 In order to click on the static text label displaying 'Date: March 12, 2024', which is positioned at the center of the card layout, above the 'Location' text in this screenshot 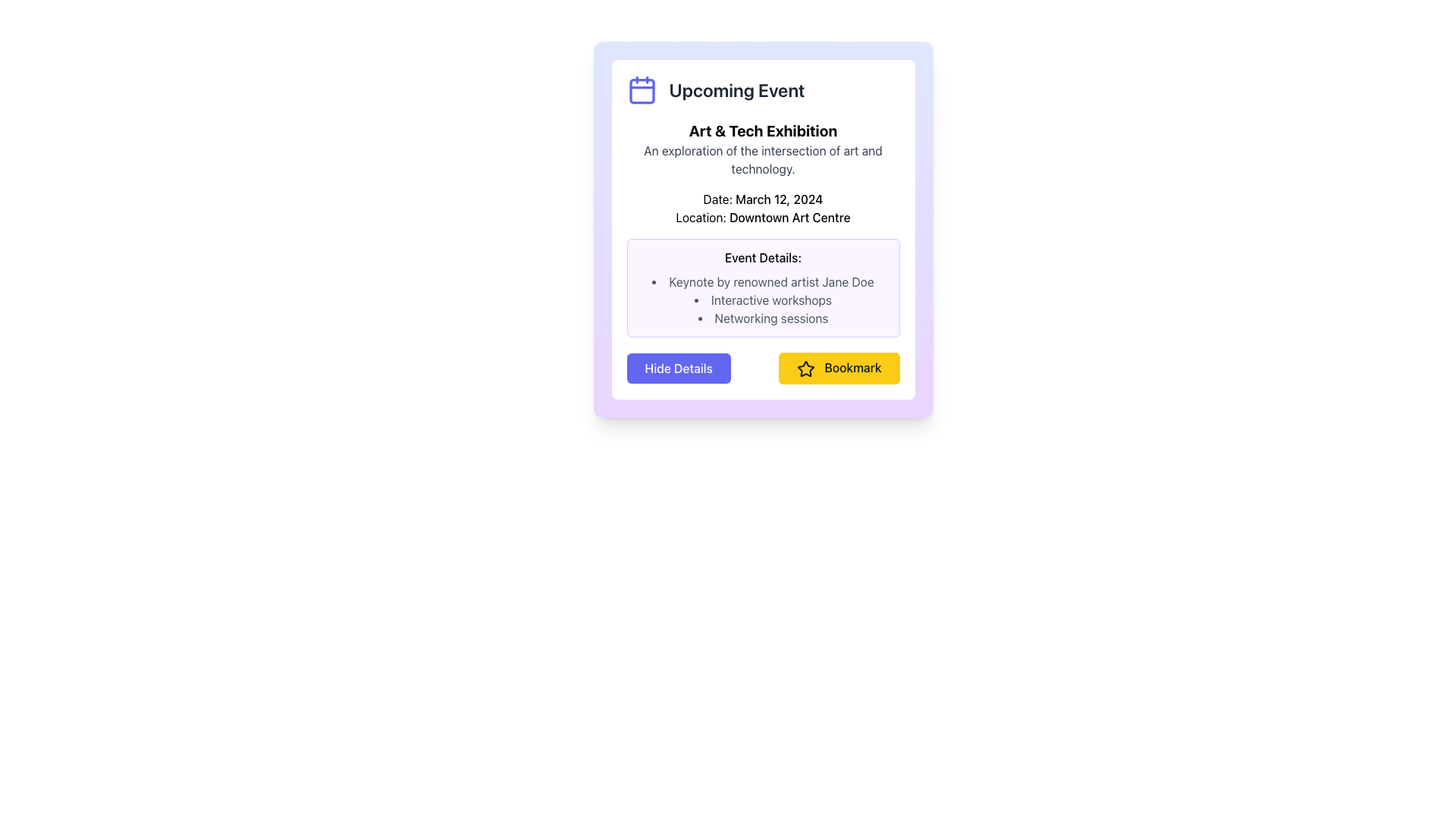, I will do `click(763, 198)`.